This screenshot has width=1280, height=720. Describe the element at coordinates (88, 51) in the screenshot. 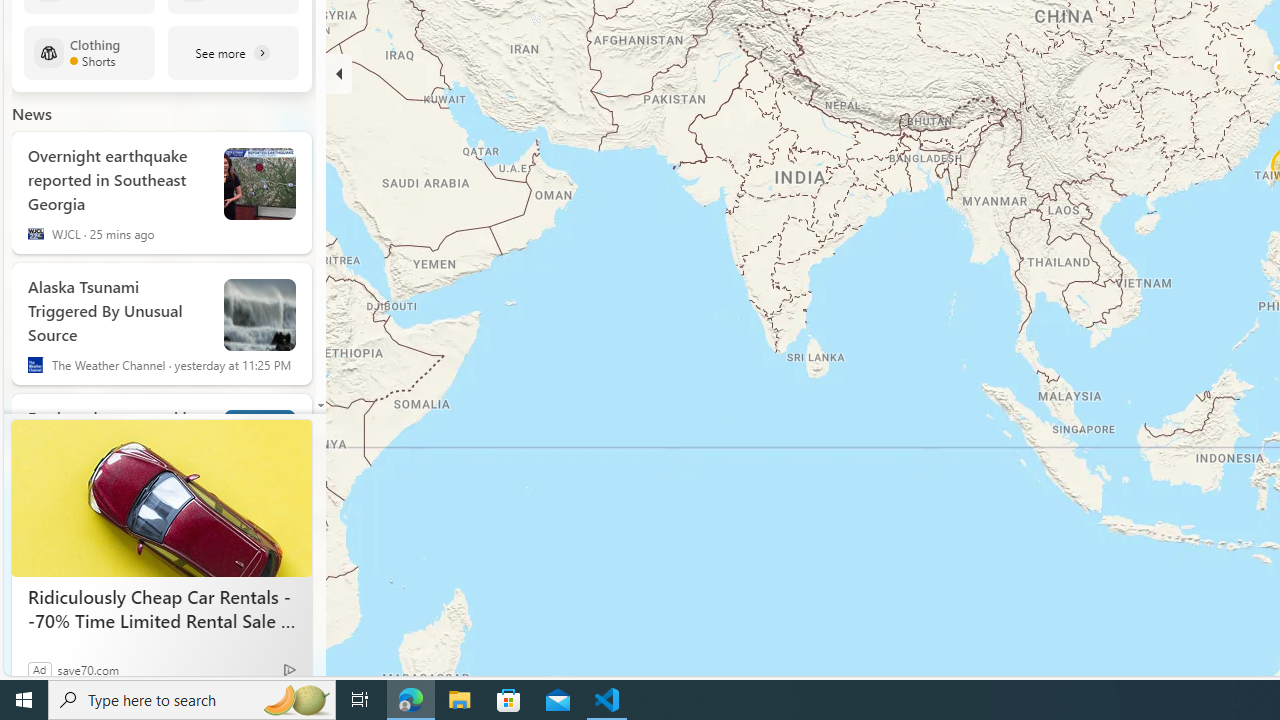

I see `'Clothing Shorts'` at that location.